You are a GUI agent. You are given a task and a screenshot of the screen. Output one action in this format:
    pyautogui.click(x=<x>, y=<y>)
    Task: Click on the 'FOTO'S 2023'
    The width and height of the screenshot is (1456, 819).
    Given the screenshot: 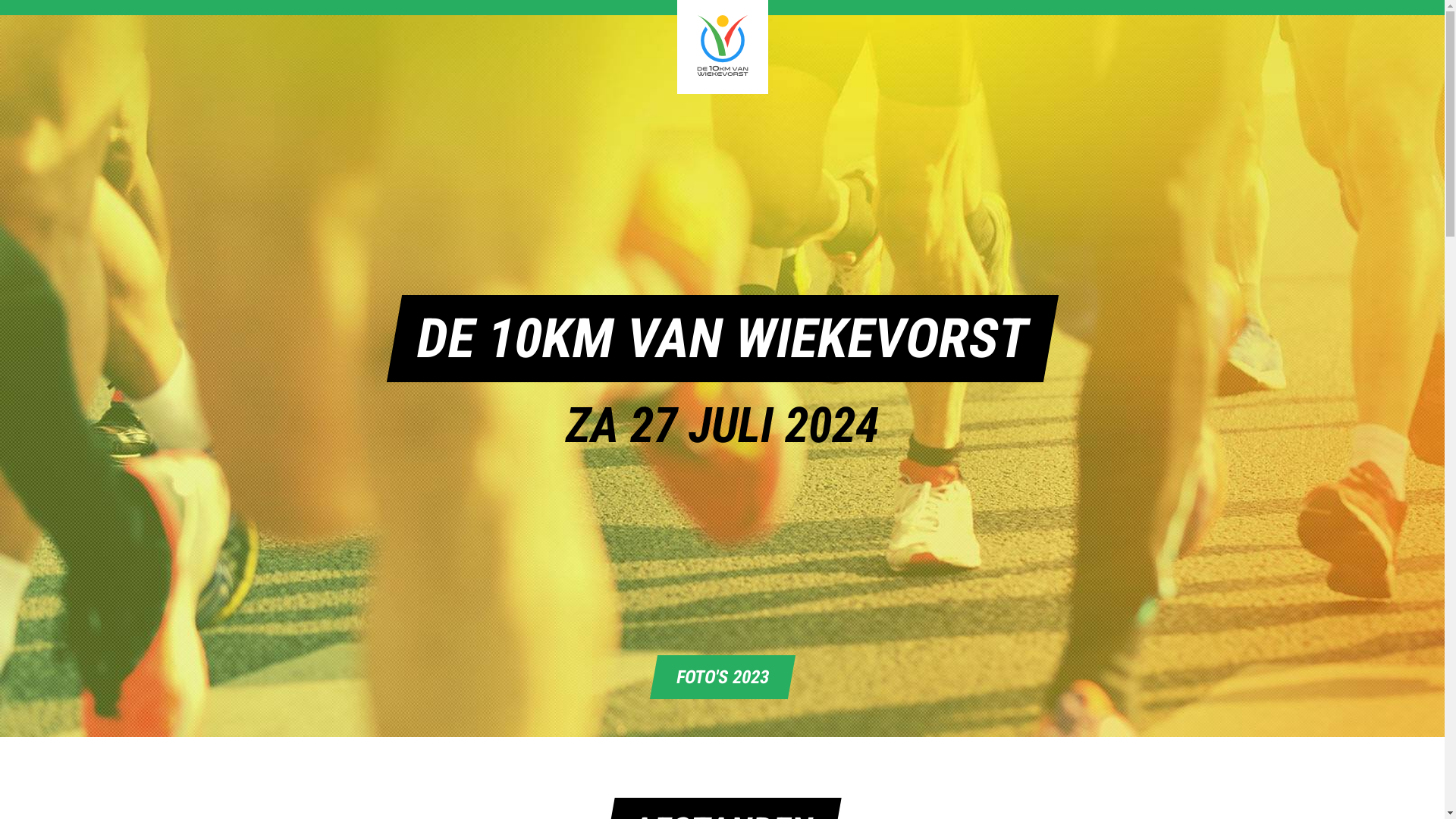 What is the action you would take?
    pyautogui.click(x=717, y=676)
    